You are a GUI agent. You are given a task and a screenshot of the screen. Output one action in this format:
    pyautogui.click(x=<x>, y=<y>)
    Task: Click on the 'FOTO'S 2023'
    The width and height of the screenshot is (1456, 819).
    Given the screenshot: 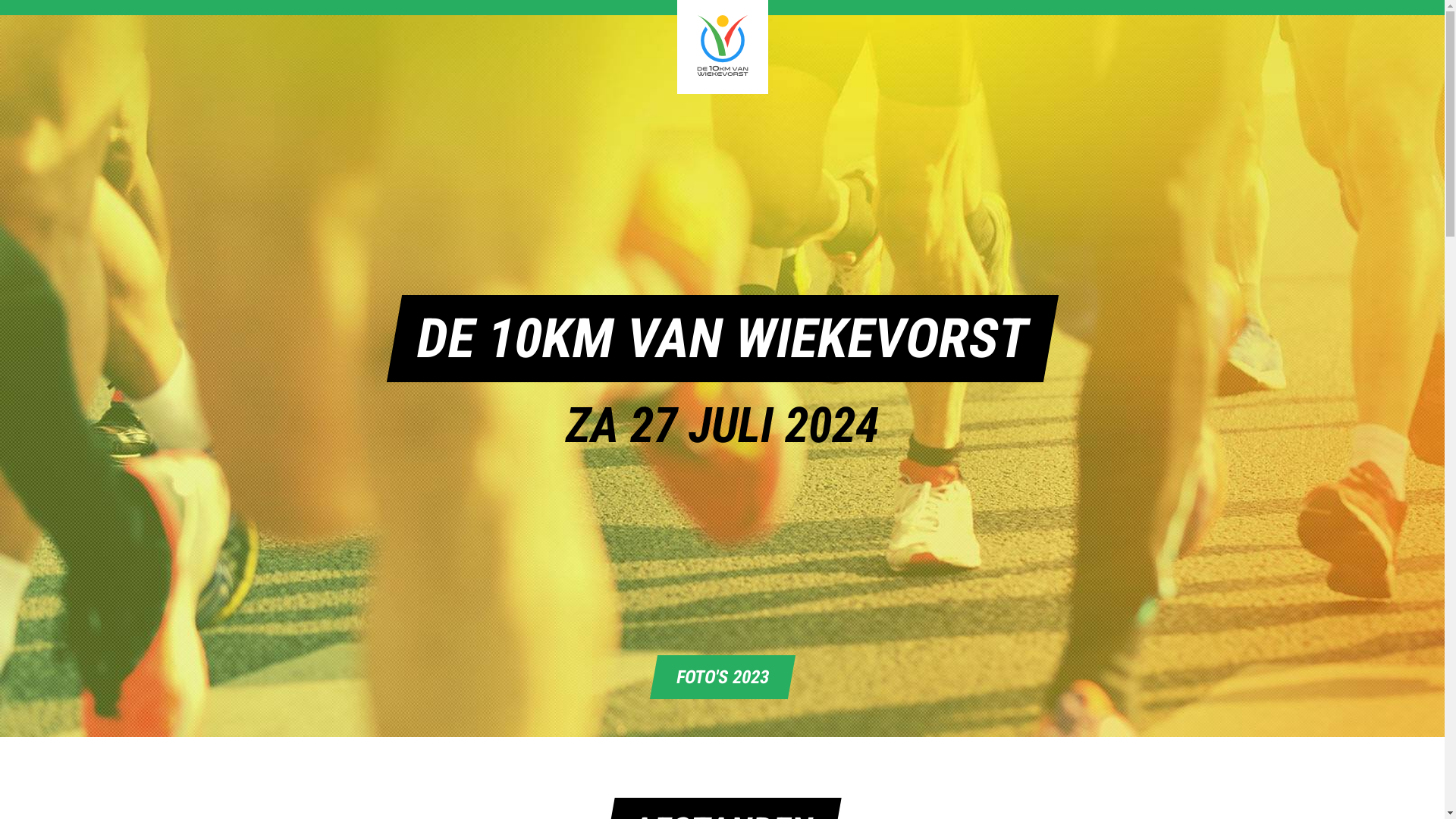 What is the action you would take?
    pyautogui.click(x=717, y=676)
    